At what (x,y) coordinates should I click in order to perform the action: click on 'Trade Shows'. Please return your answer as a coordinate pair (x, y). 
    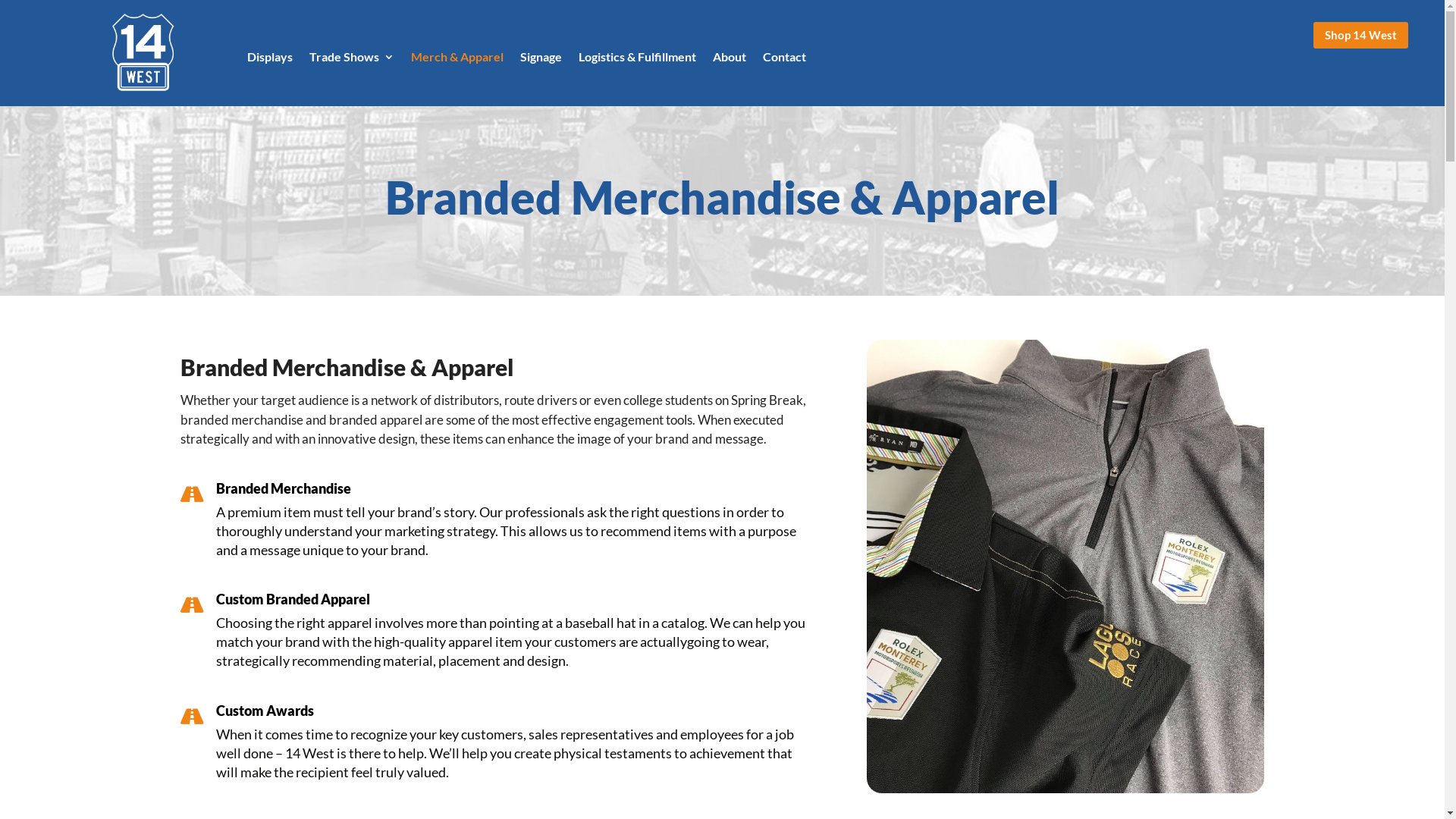
    Looking at the image, I should click on (309, 58).